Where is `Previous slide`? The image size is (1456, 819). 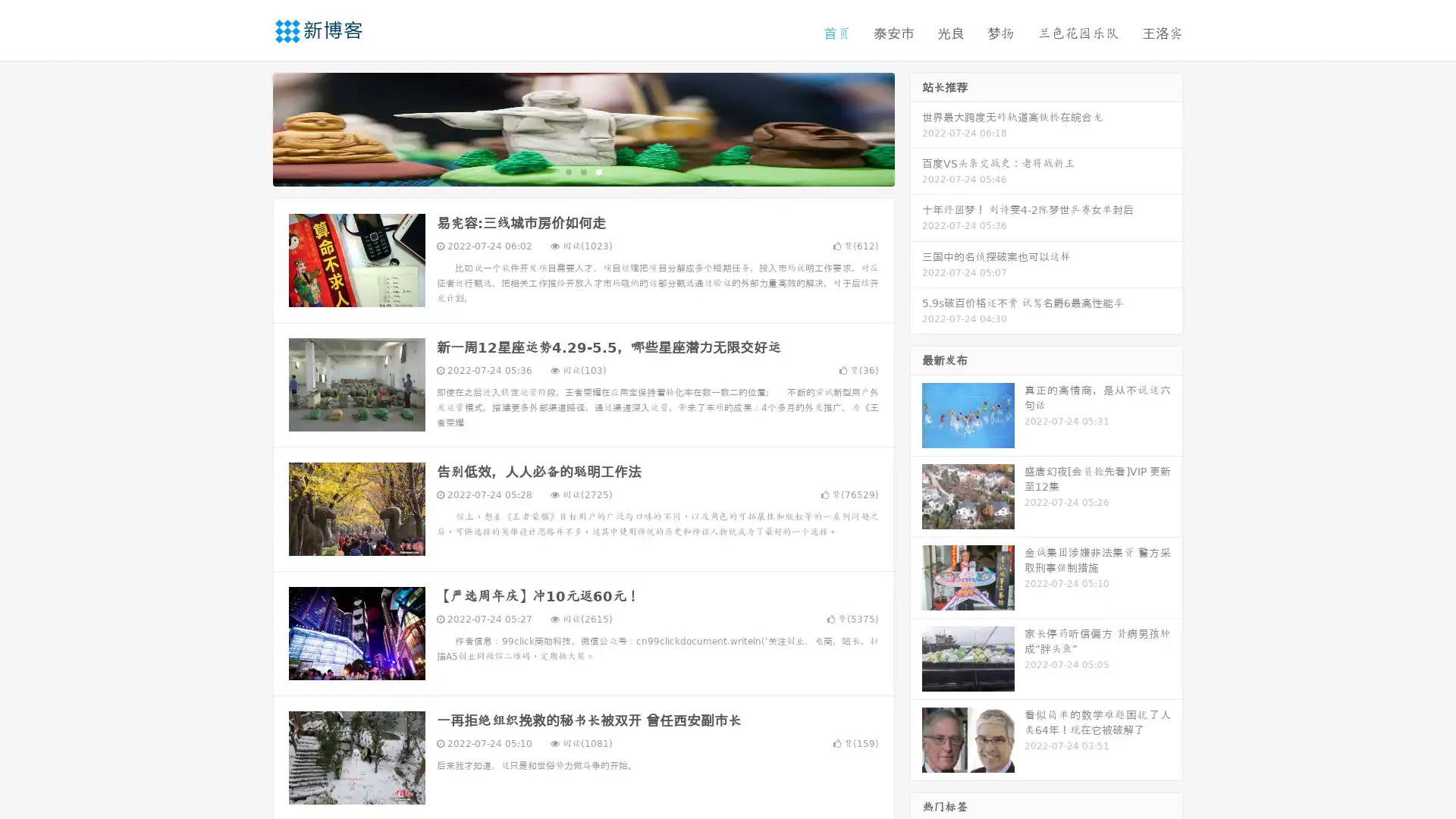 Previous slide is located at coordinates (250, 127).